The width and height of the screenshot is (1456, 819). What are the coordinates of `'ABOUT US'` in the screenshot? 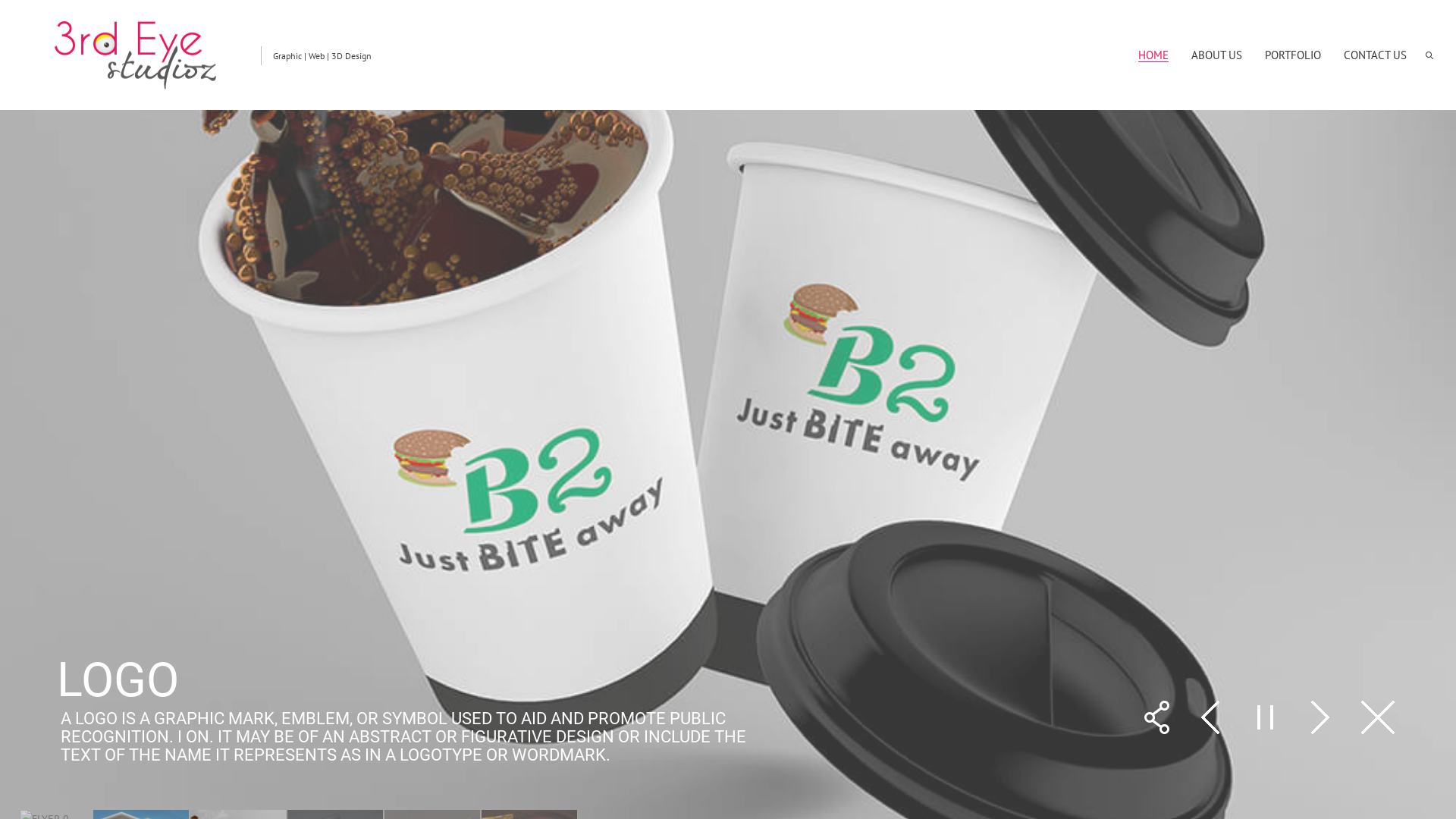 It's located at (1216, 54).